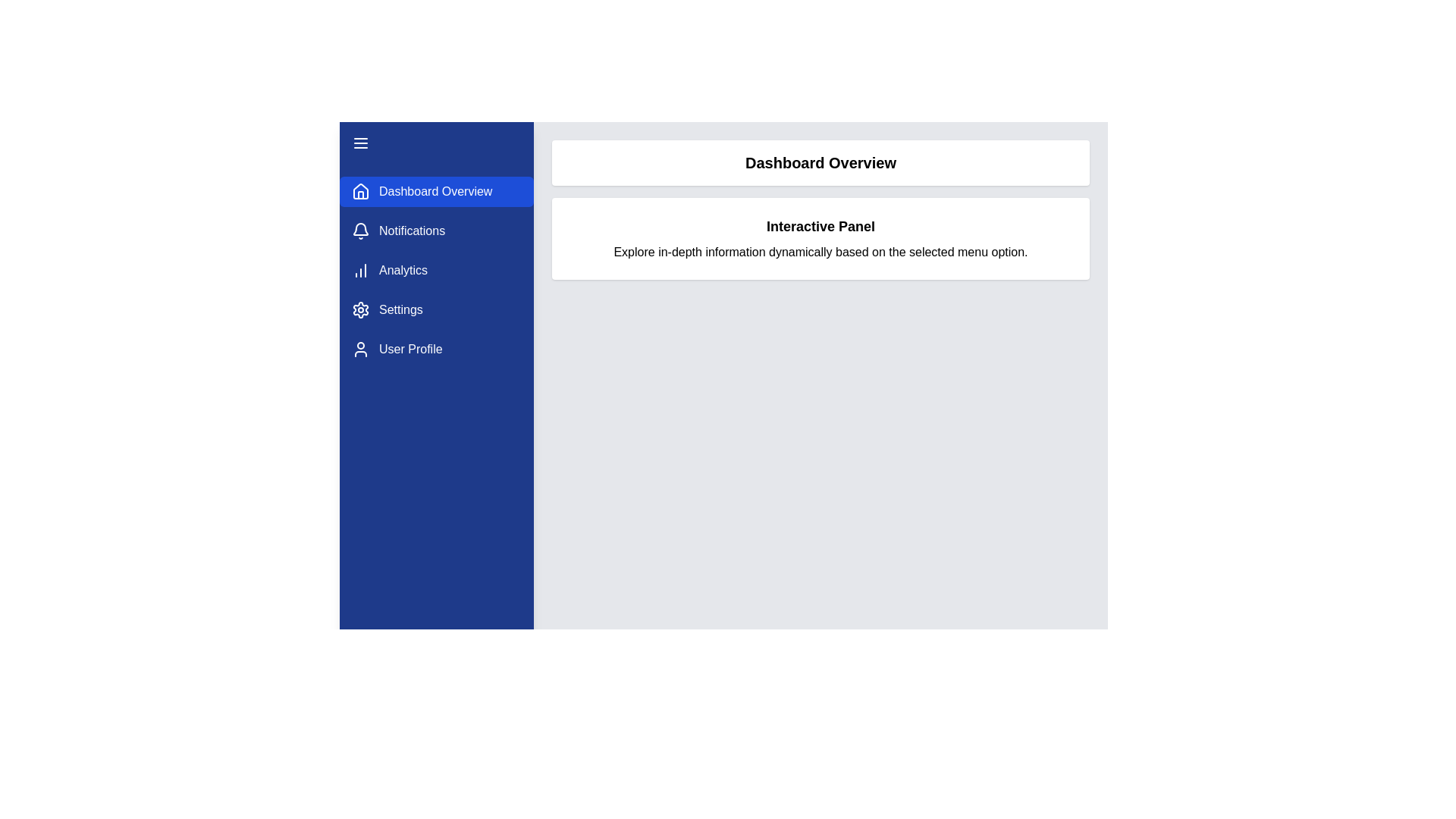  I want to click on the menu toggle button located at the top left corner of the vertical navigation bar, so click(359, 143).